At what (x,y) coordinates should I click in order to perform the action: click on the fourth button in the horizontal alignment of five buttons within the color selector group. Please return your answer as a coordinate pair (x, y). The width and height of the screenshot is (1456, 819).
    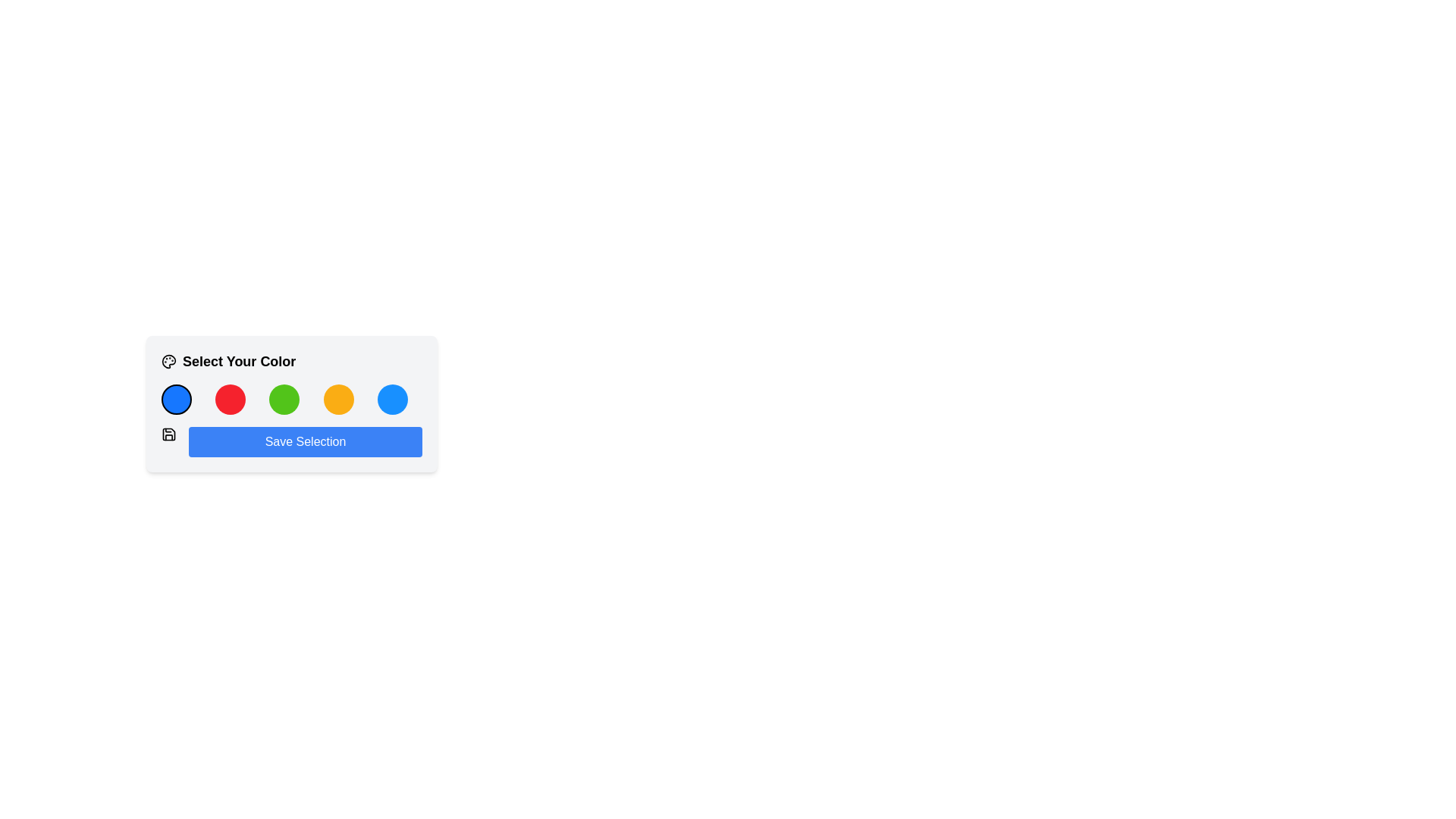
    Looking at the image, I should click on (337, 399).